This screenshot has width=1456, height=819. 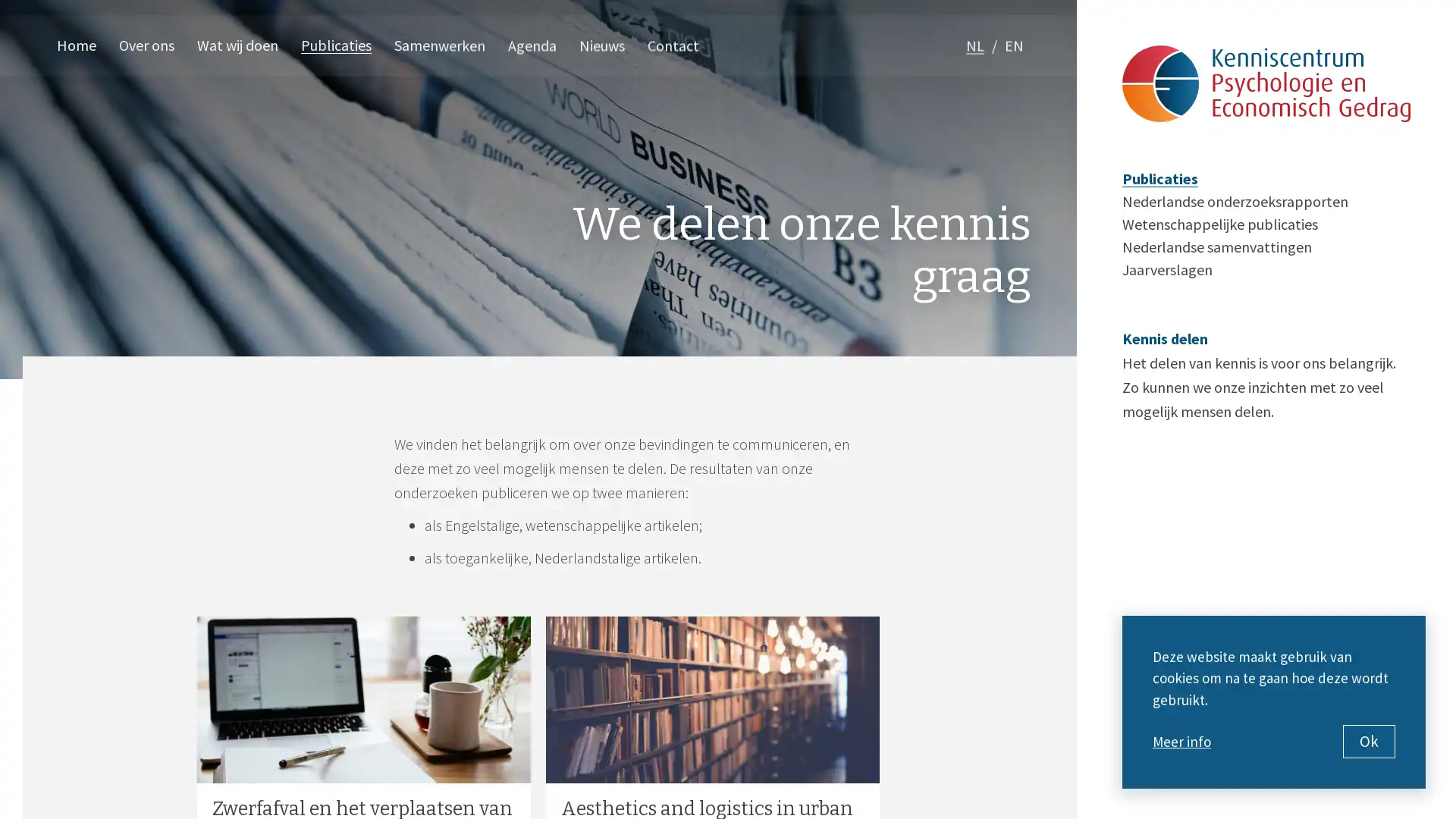 I want to click on Ok, so click(x=1369, y=741).